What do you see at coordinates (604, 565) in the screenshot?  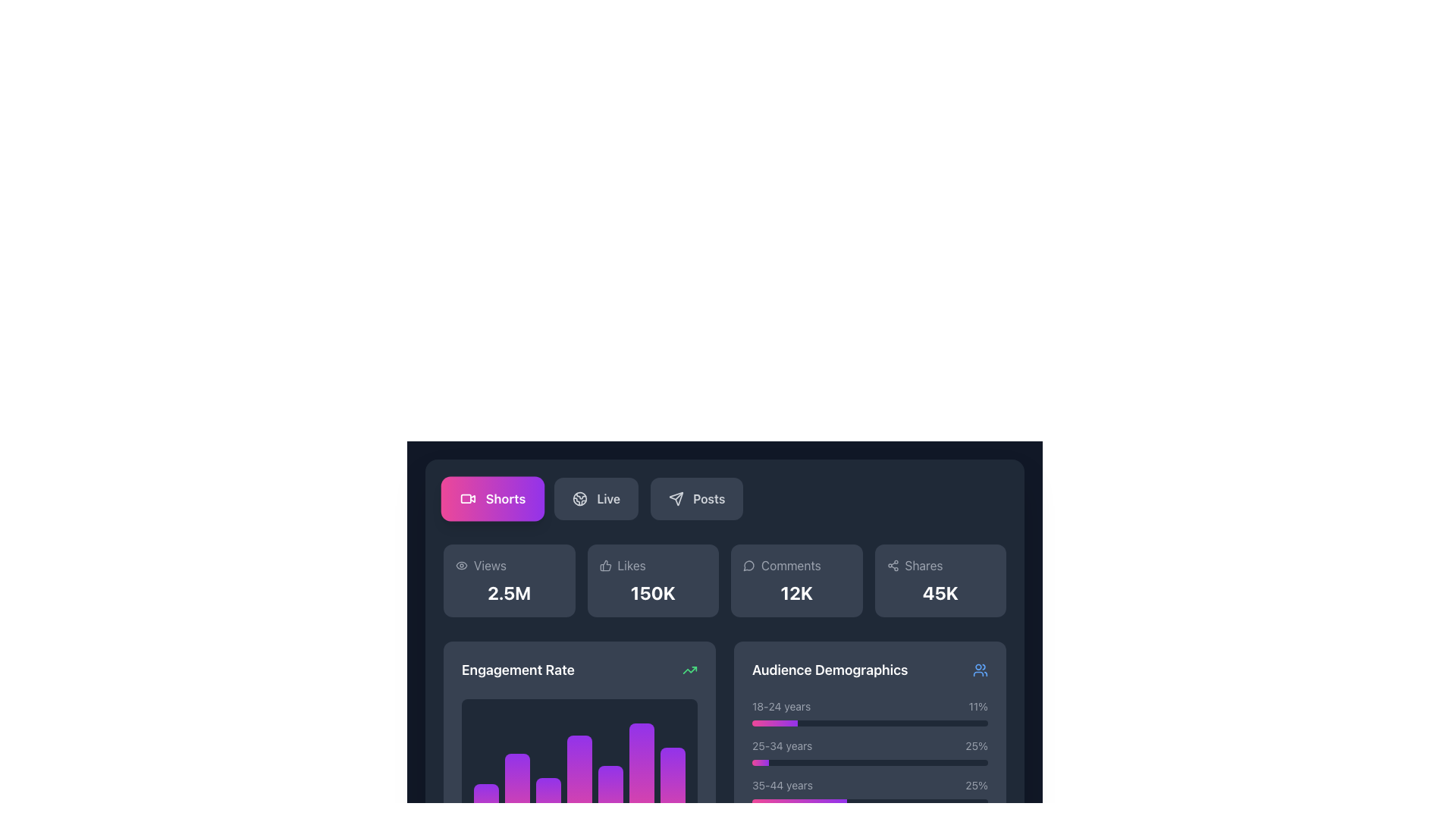 I see `the thumbs-up icon located within the 'Likes' section, positioned to the left of the '150K' indicator` at bounding box center [604, 565].